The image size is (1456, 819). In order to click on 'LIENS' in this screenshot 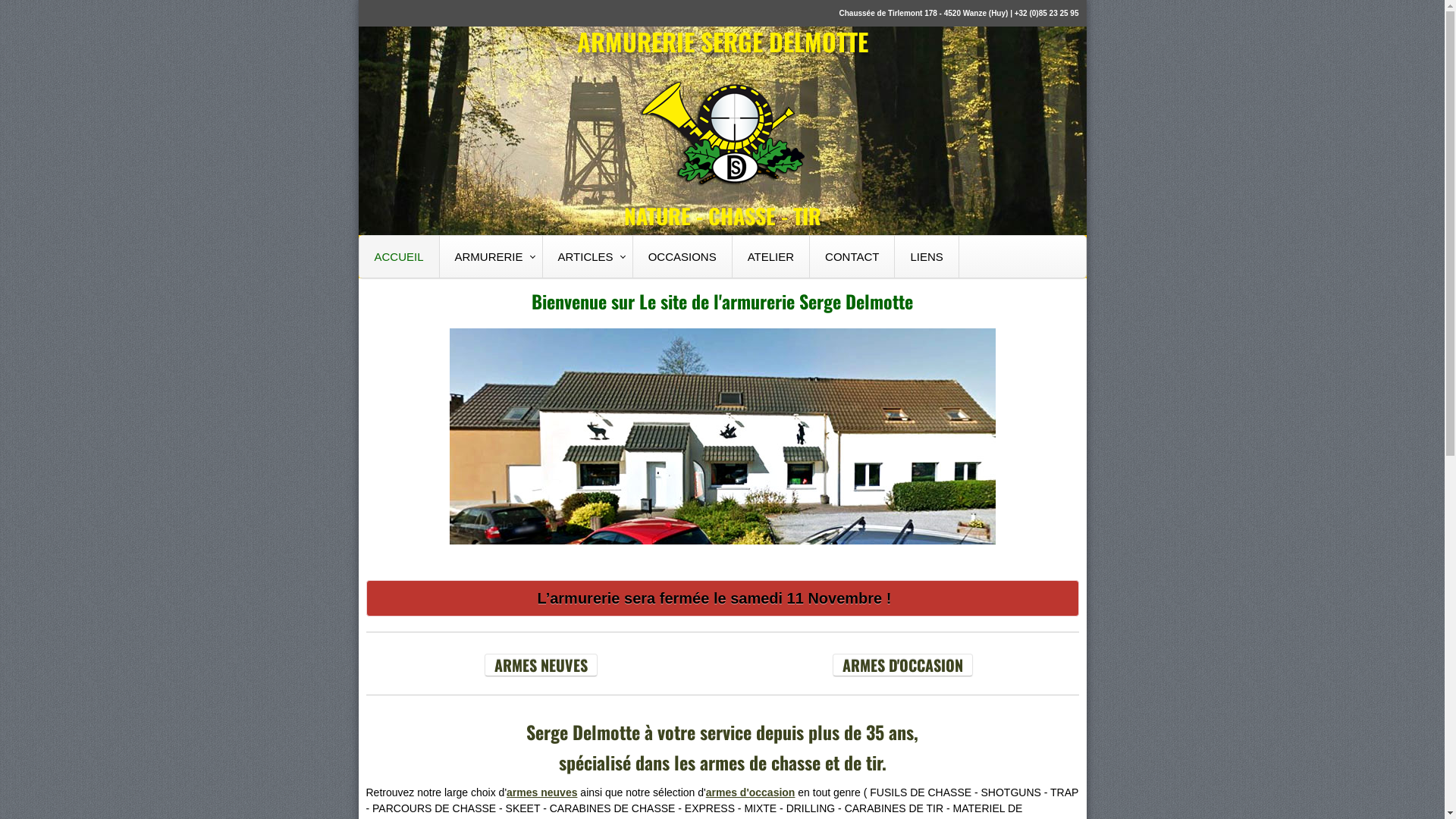, I will do `click(926, 256)`.